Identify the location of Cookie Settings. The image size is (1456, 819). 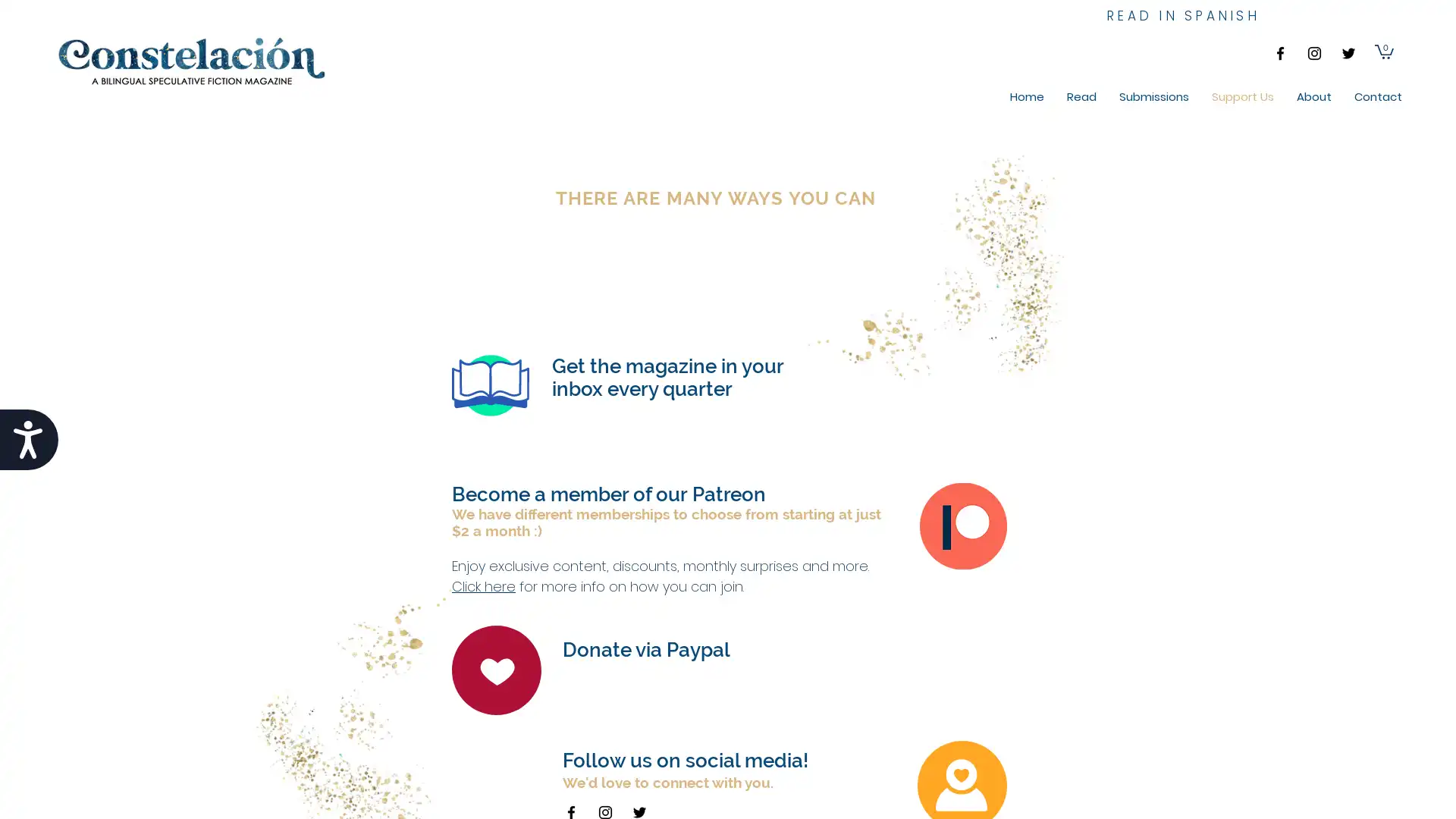
(1291, 792).